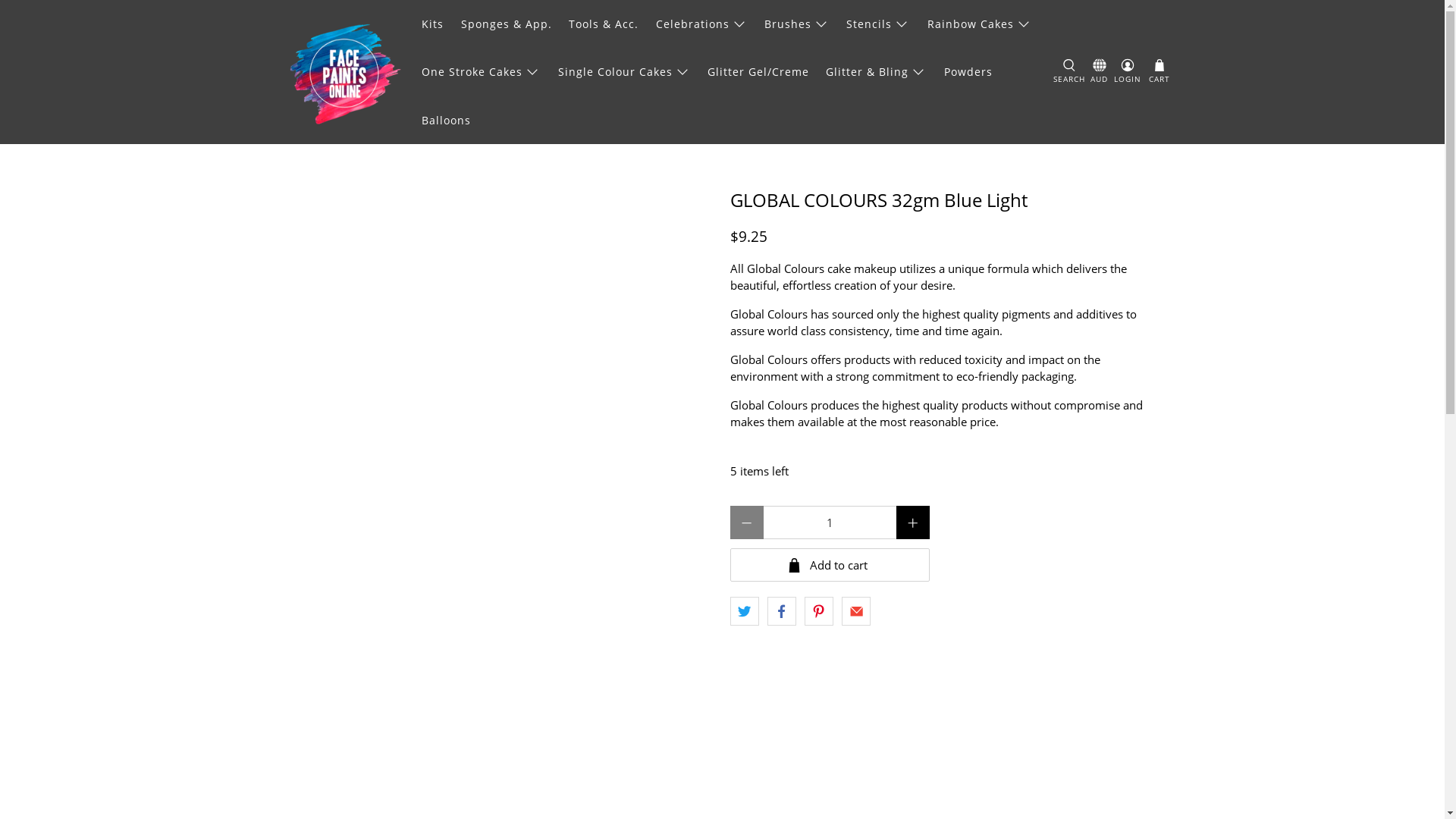 This screenshot has width=1456, height=819. I want to click on 'Balloons', so click(413, 119).